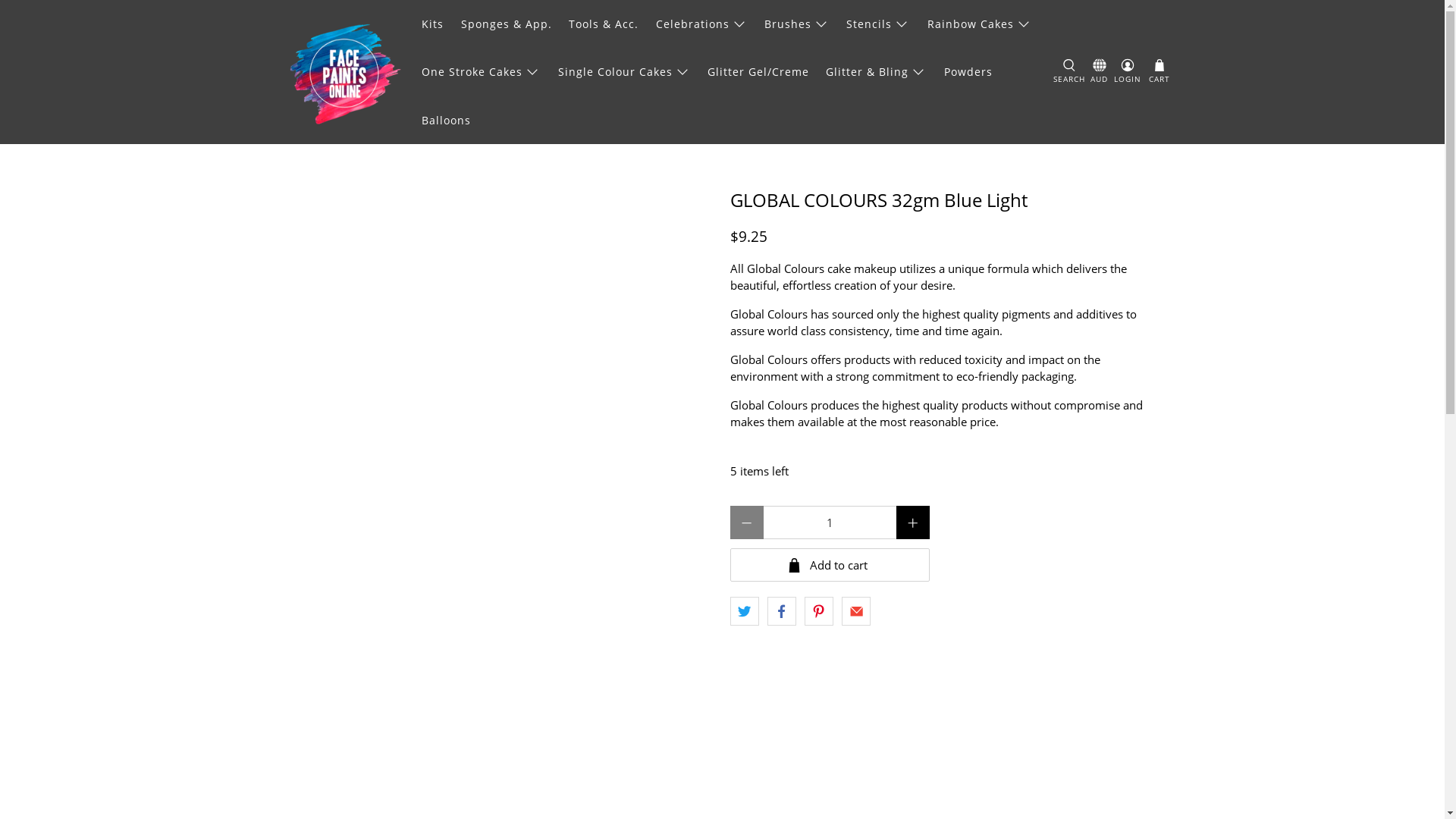 This screenshot has width=1456, height=819. I want to click on 'Balloons', so click(413, 119).